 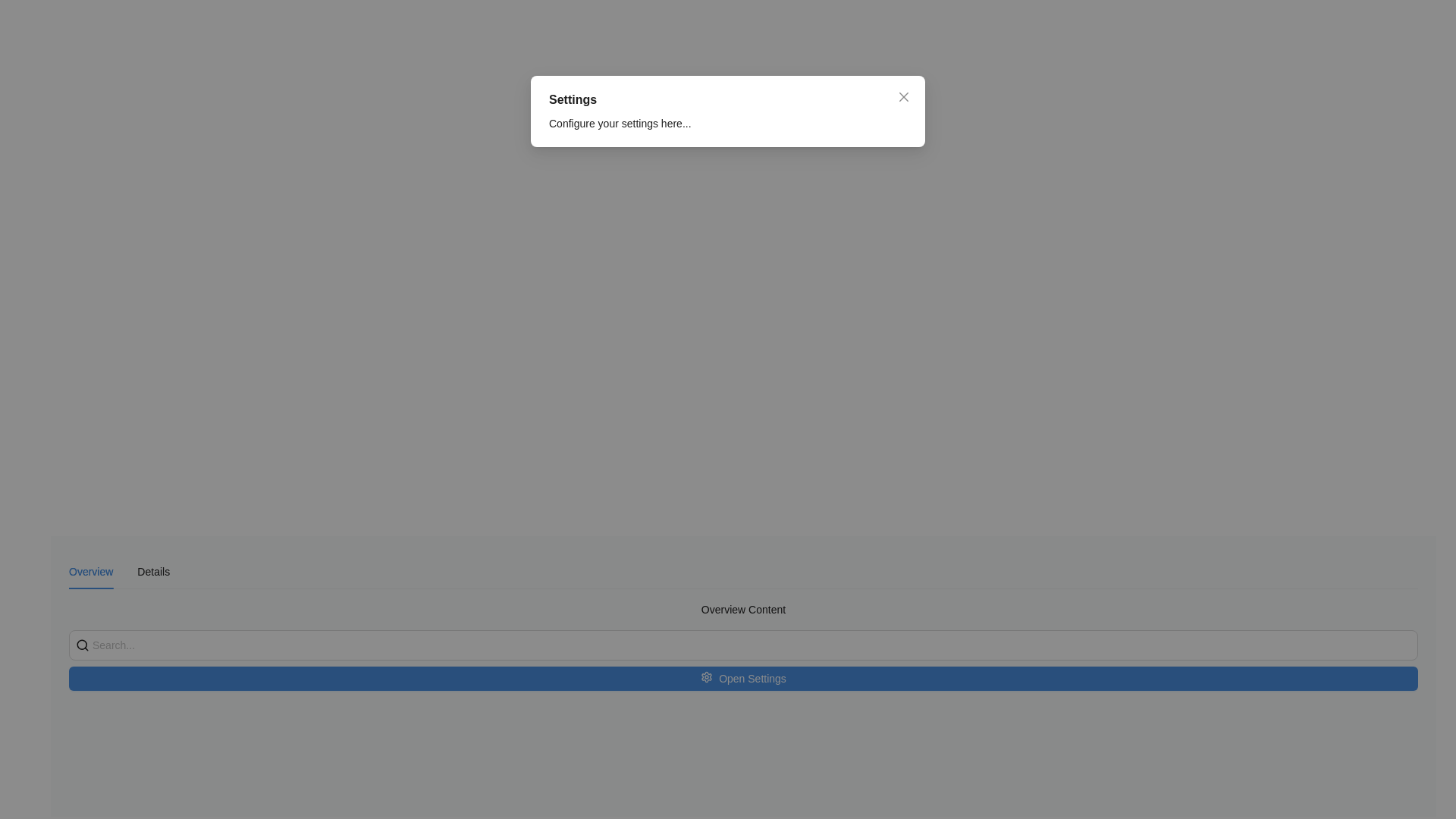 What do you see at coordinates (82, 645) in the screenshot?
I see `the search icon located in the left section of the input field` at bounding box center [82, 645].